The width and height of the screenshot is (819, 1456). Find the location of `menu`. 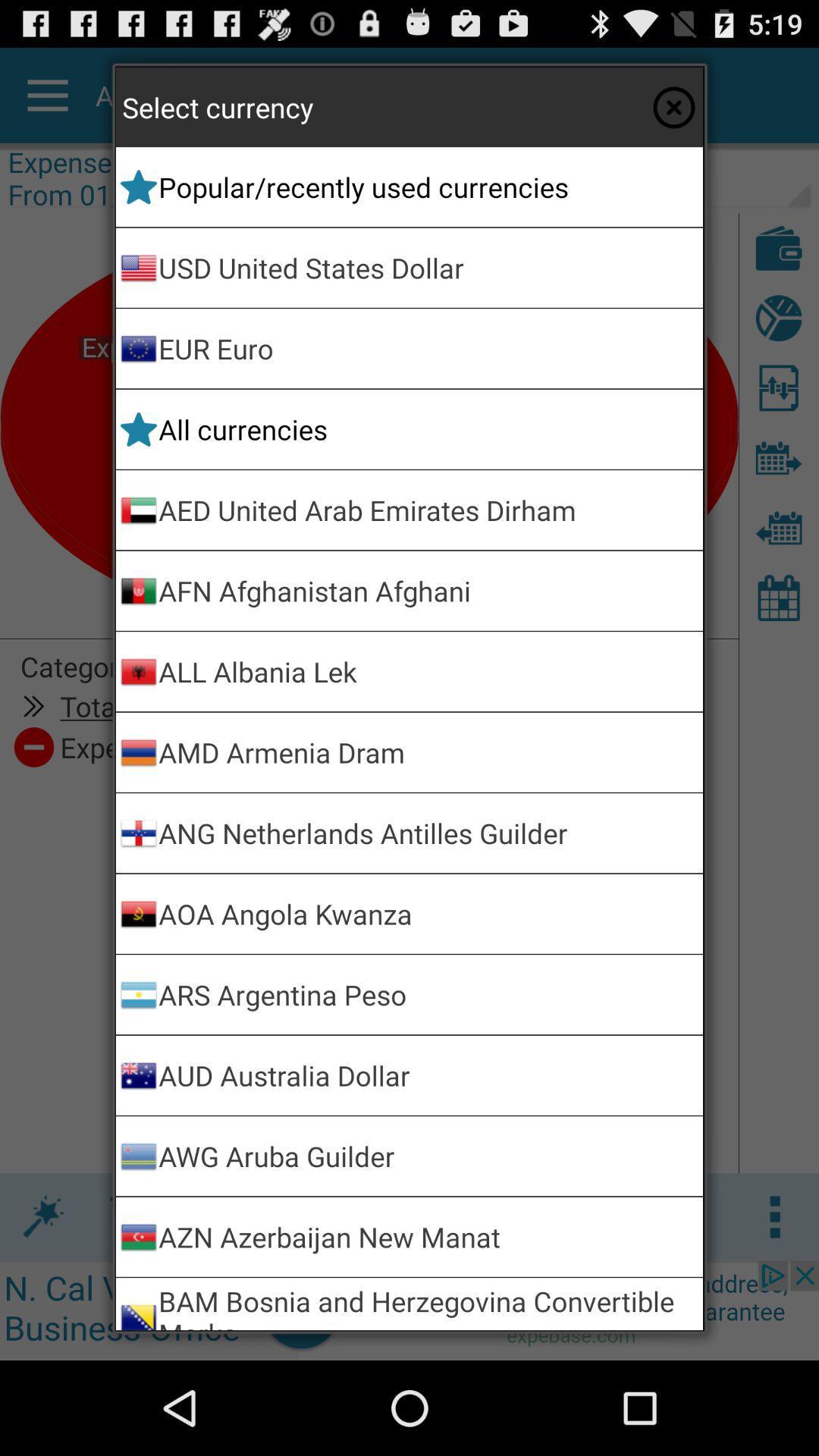

menu is located at coordinates (673, 106).